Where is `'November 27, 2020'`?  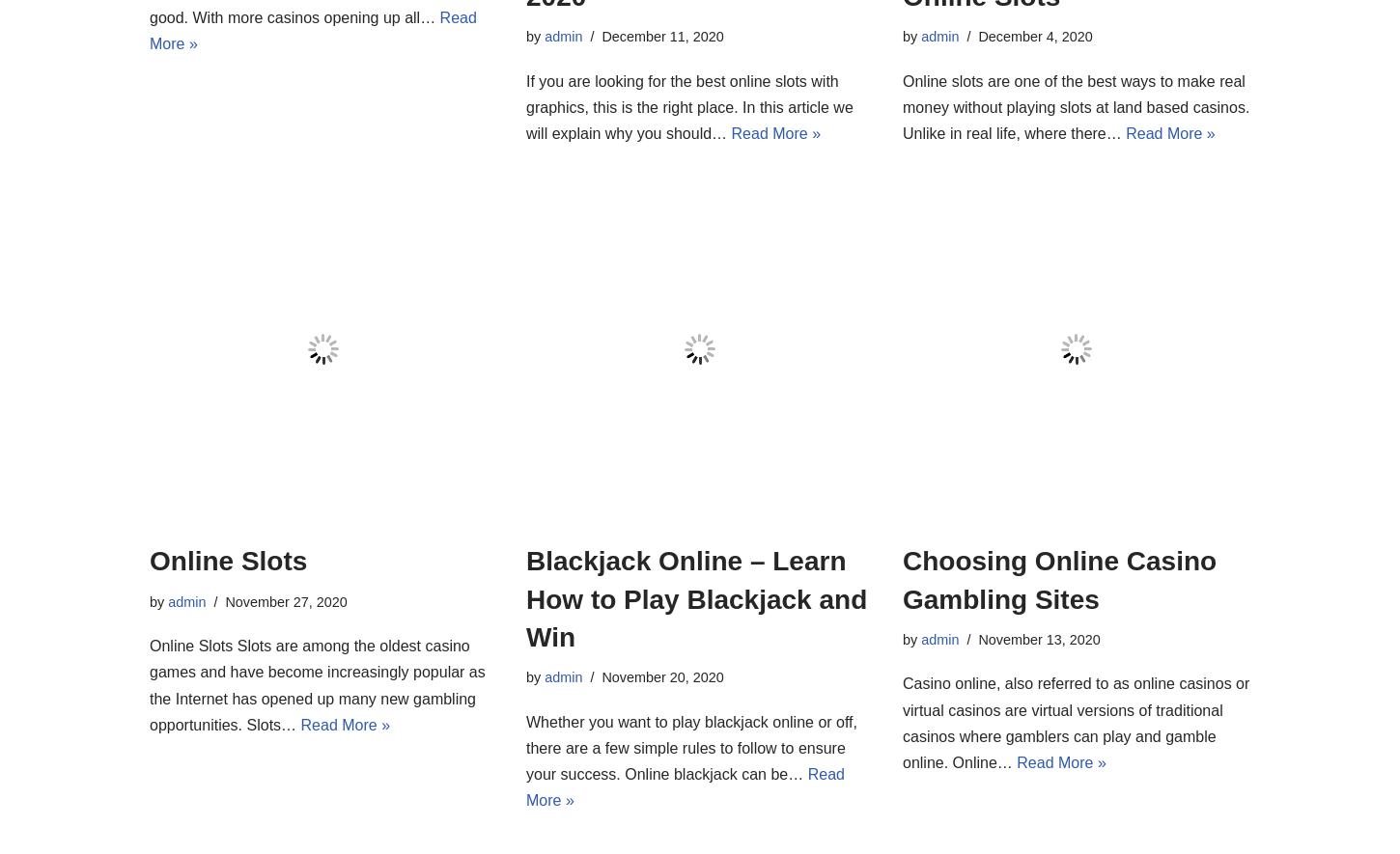 'November 27, 2020' is located at coordinates (285, 600).